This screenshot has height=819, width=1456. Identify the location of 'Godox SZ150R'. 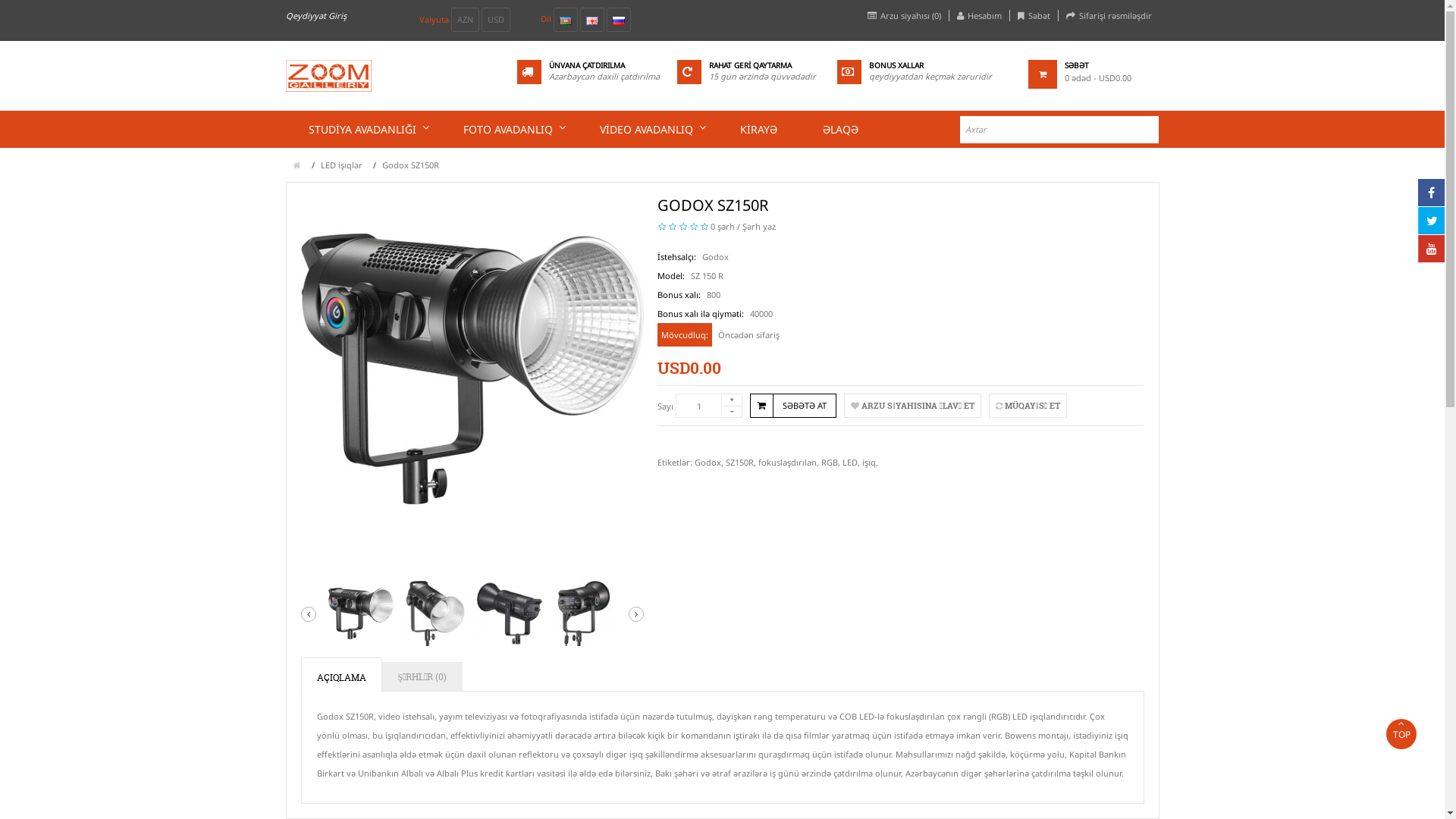
(510, 613).